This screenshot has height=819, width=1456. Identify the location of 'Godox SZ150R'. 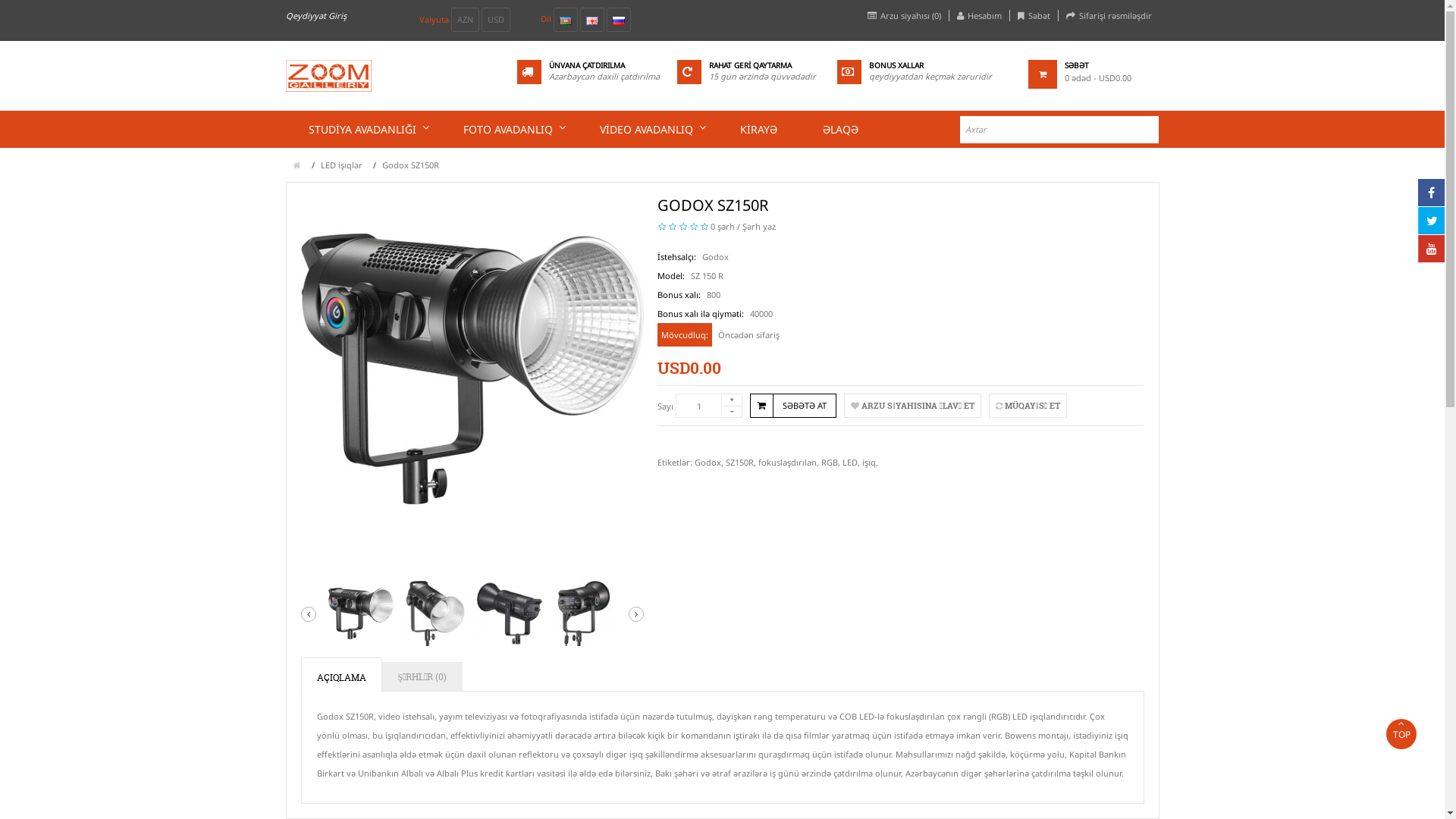
(510, 613).